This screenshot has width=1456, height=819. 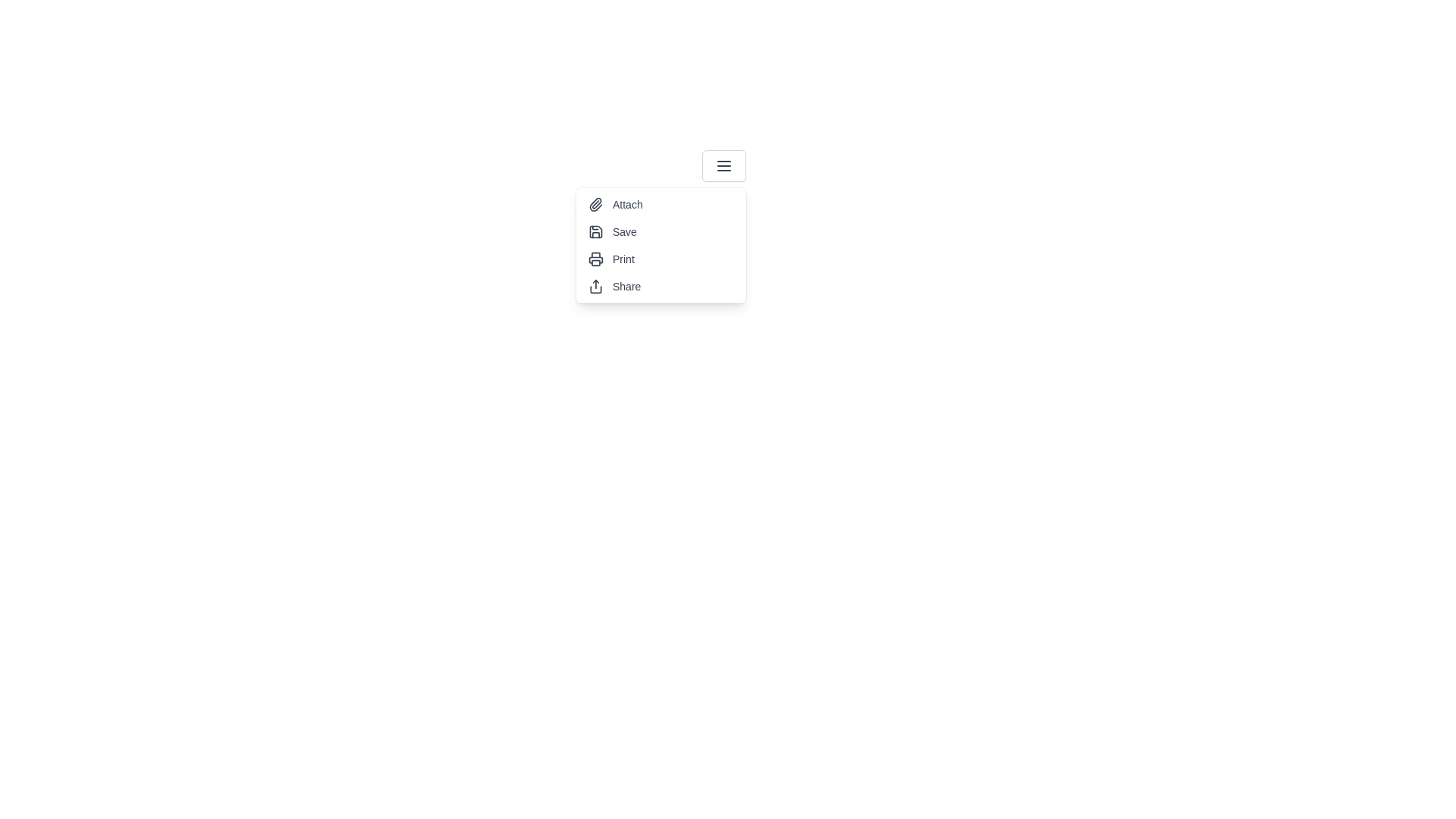 What do you see at coordinates (661, 259) in the screenshot?
I see `the third menu item in the vertical list, which triggers the print function for the current view or document` at bounding box center [661, 259].